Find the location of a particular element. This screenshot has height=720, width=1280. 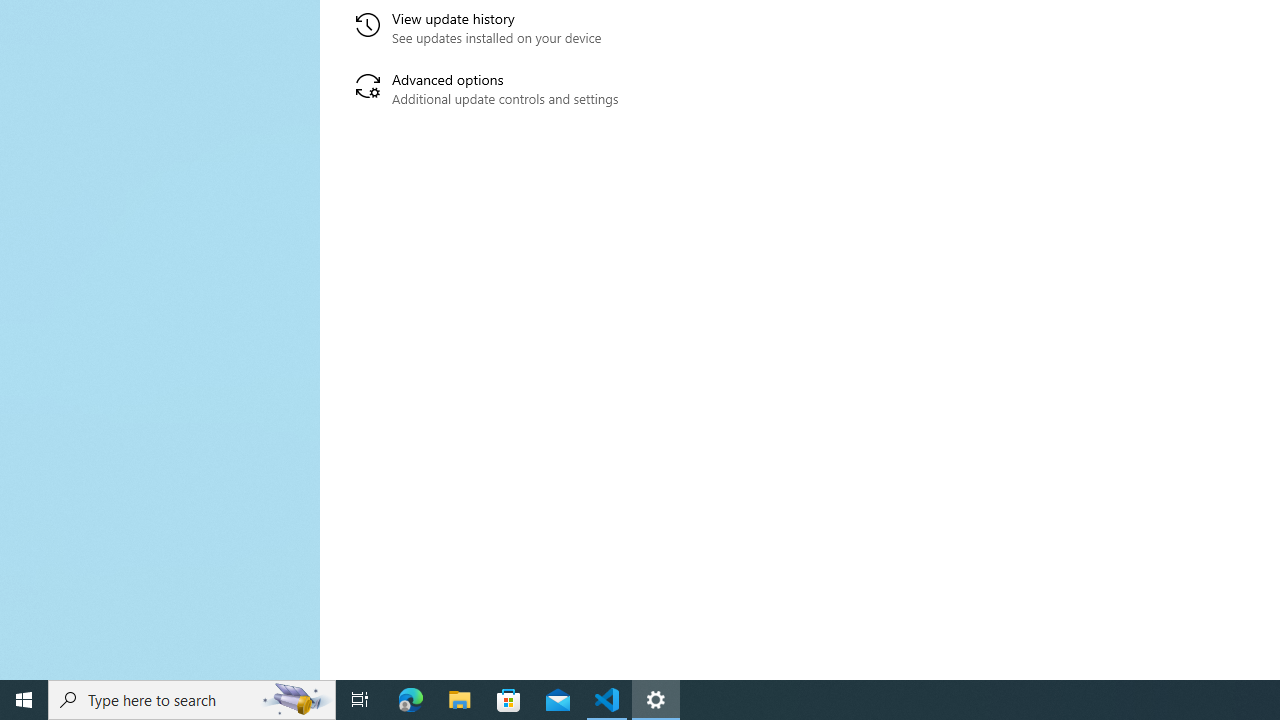

'Start' is located at coordinates (24, 698).